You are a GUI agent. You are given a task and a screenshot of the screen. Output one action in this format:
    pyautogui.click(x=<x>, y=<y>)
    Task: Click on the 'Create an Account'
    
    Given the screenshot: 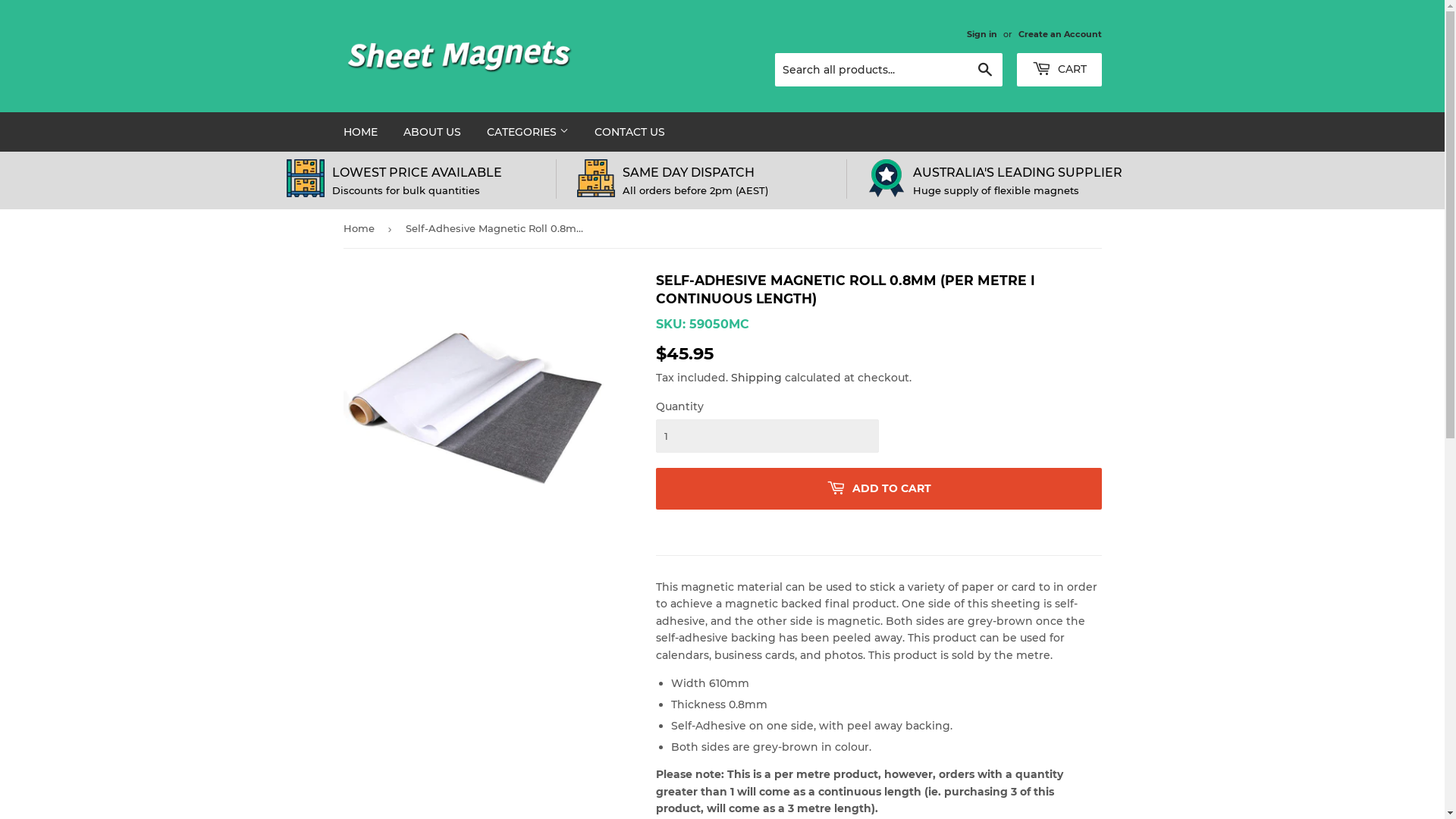 What is the action you would take?
    pyautogui.click(x=1018, y=34)
    